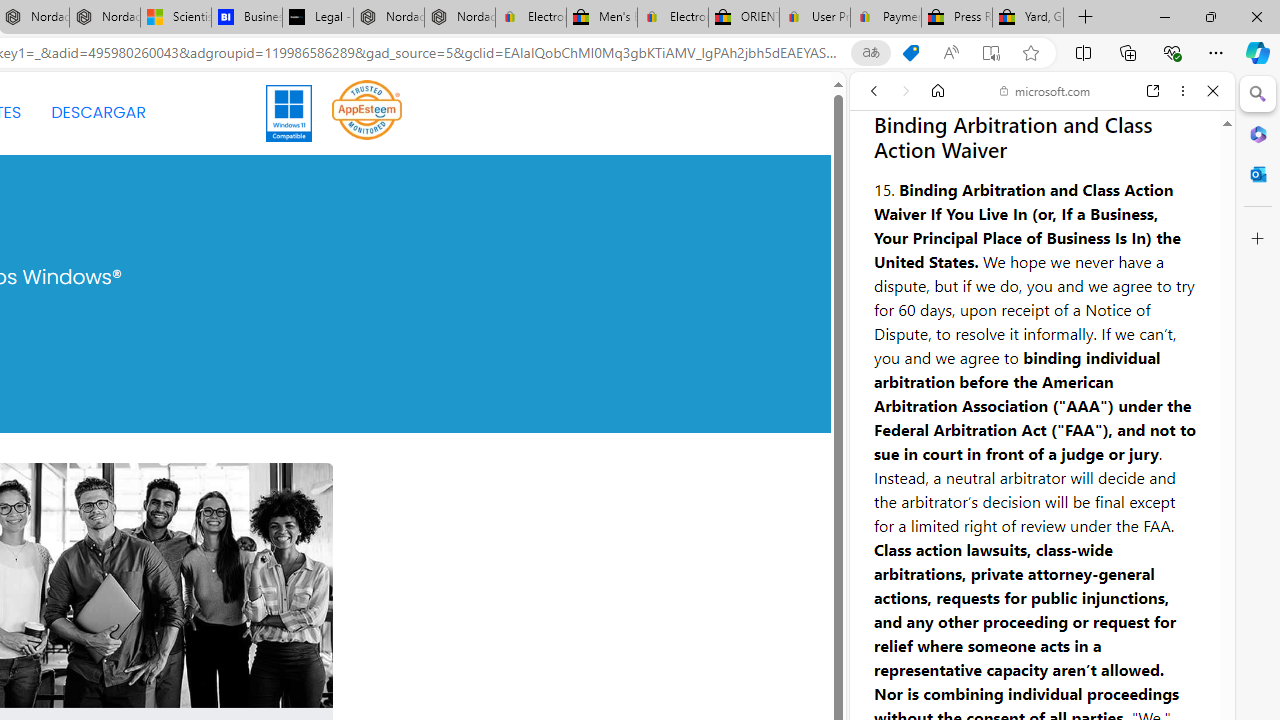 This screenshot has height=720, width=1280. Describe the element at coordinates (97, 113) in the screenshot. I see `'DESCARGAR'` at that location.